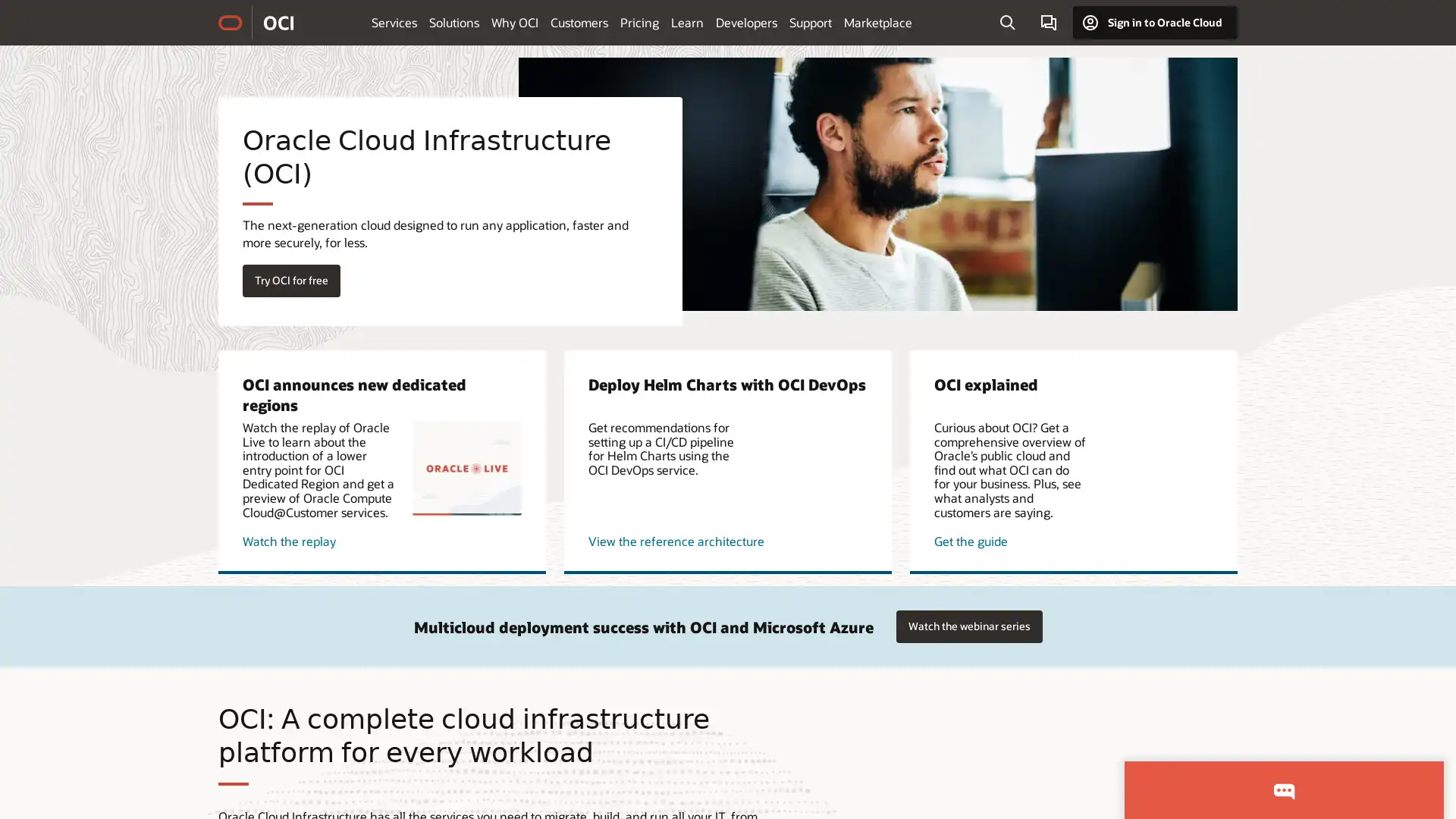 The width and height of the screenshot is (1456, 819). What do you see at coordinates (746, 22) in the screenshot?
I see `Developers` at bounding box center [746, 22].